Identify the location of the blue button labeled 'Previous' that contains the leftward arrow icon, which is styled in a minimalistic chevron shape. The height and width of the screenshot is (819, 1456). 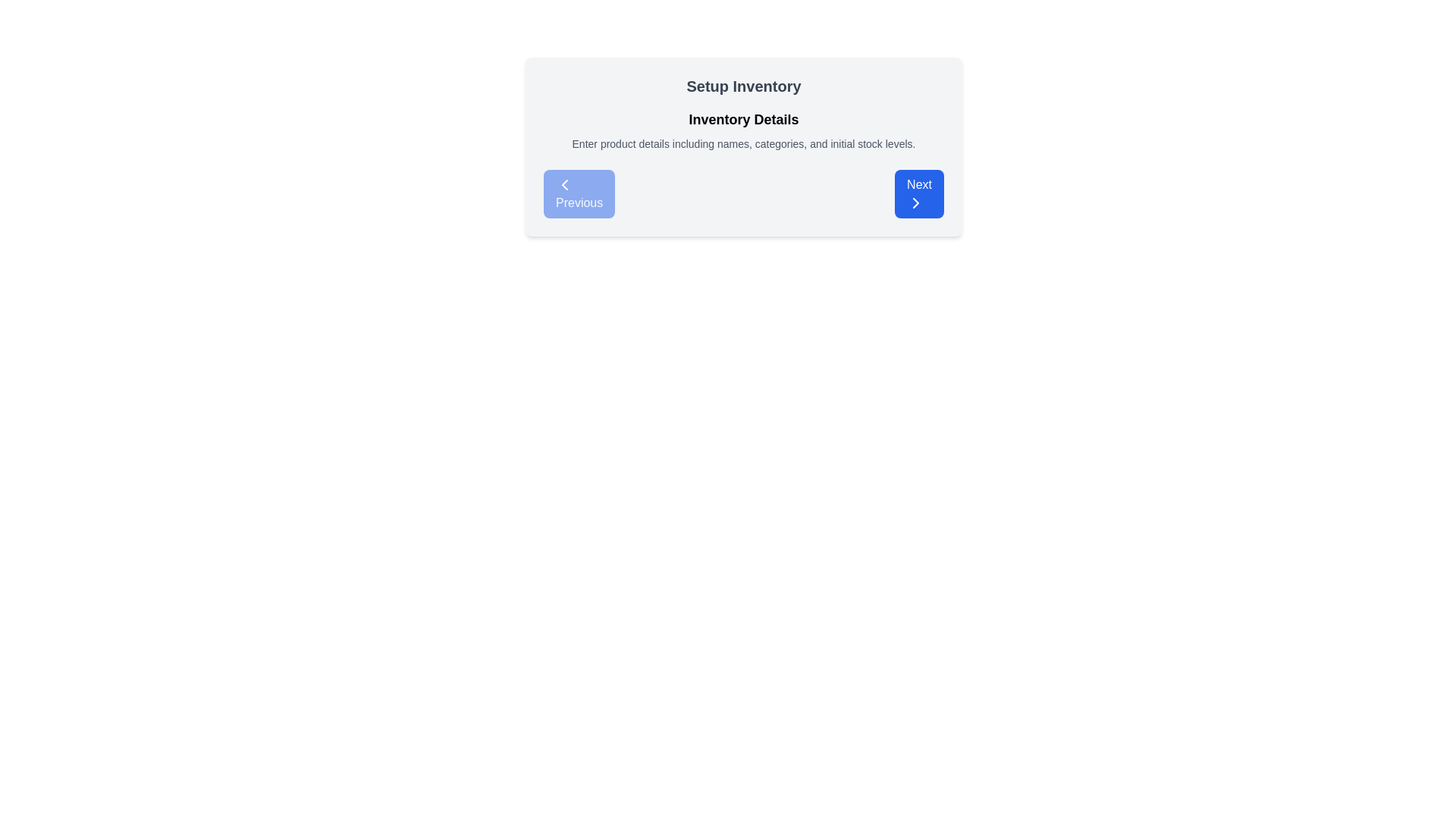
(563, 184).